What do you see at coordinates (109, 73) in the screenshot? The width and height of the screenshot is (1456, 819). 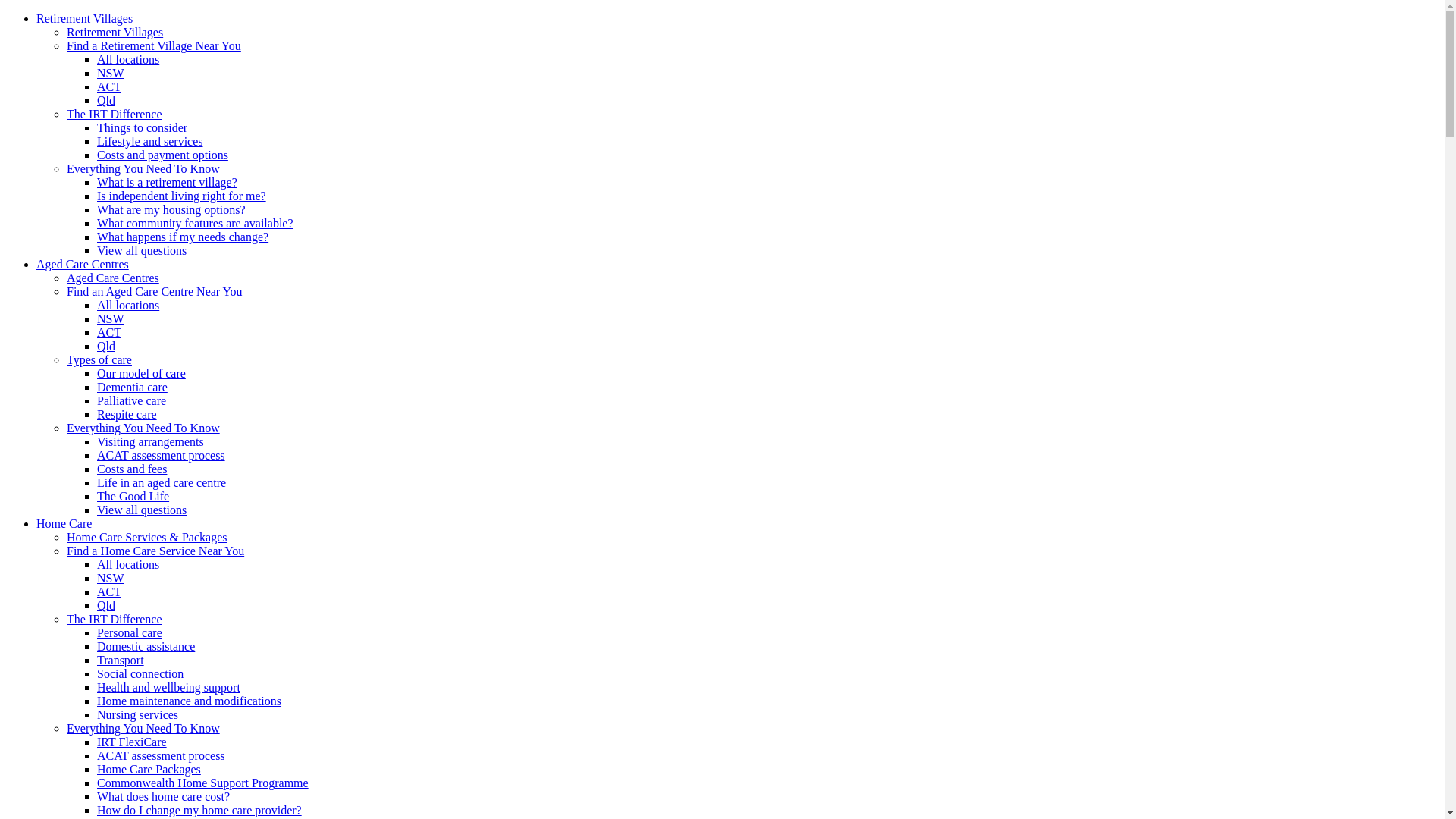 I see `'NSW'` at bounding box center [109, 73].